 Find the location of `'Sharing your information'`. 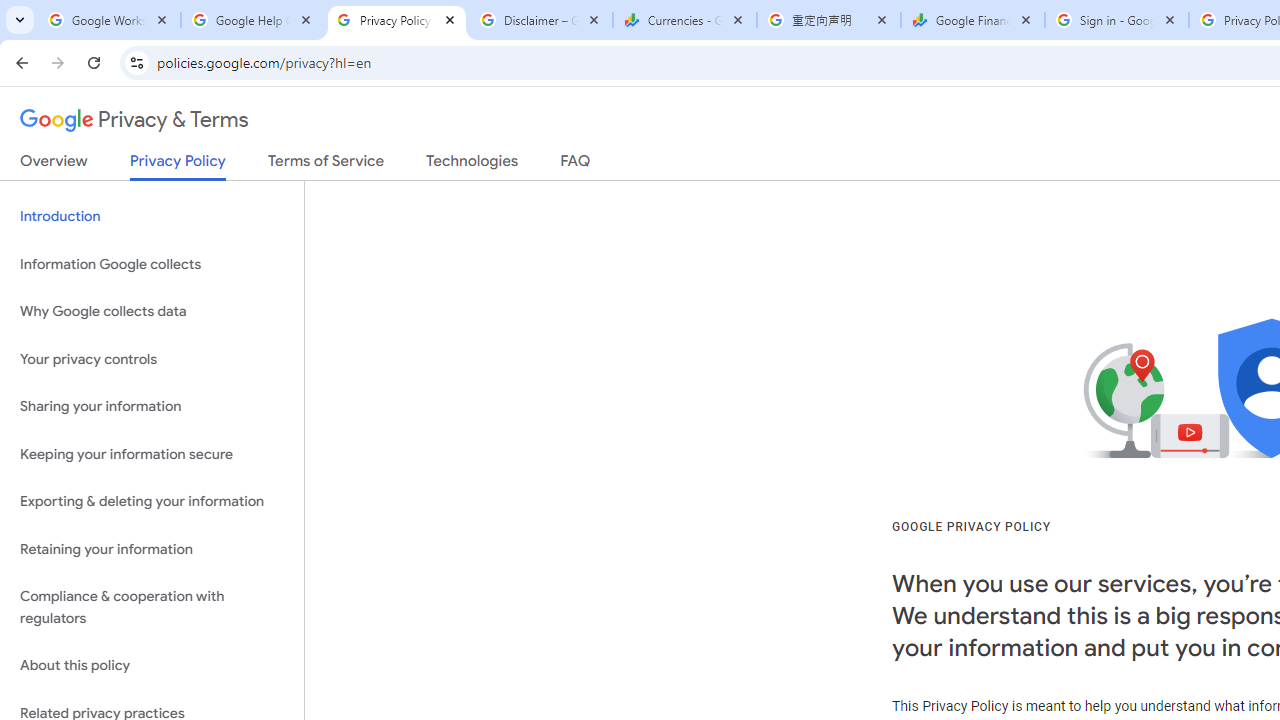

'Sharing your information' is located at coordinates (151, 406).